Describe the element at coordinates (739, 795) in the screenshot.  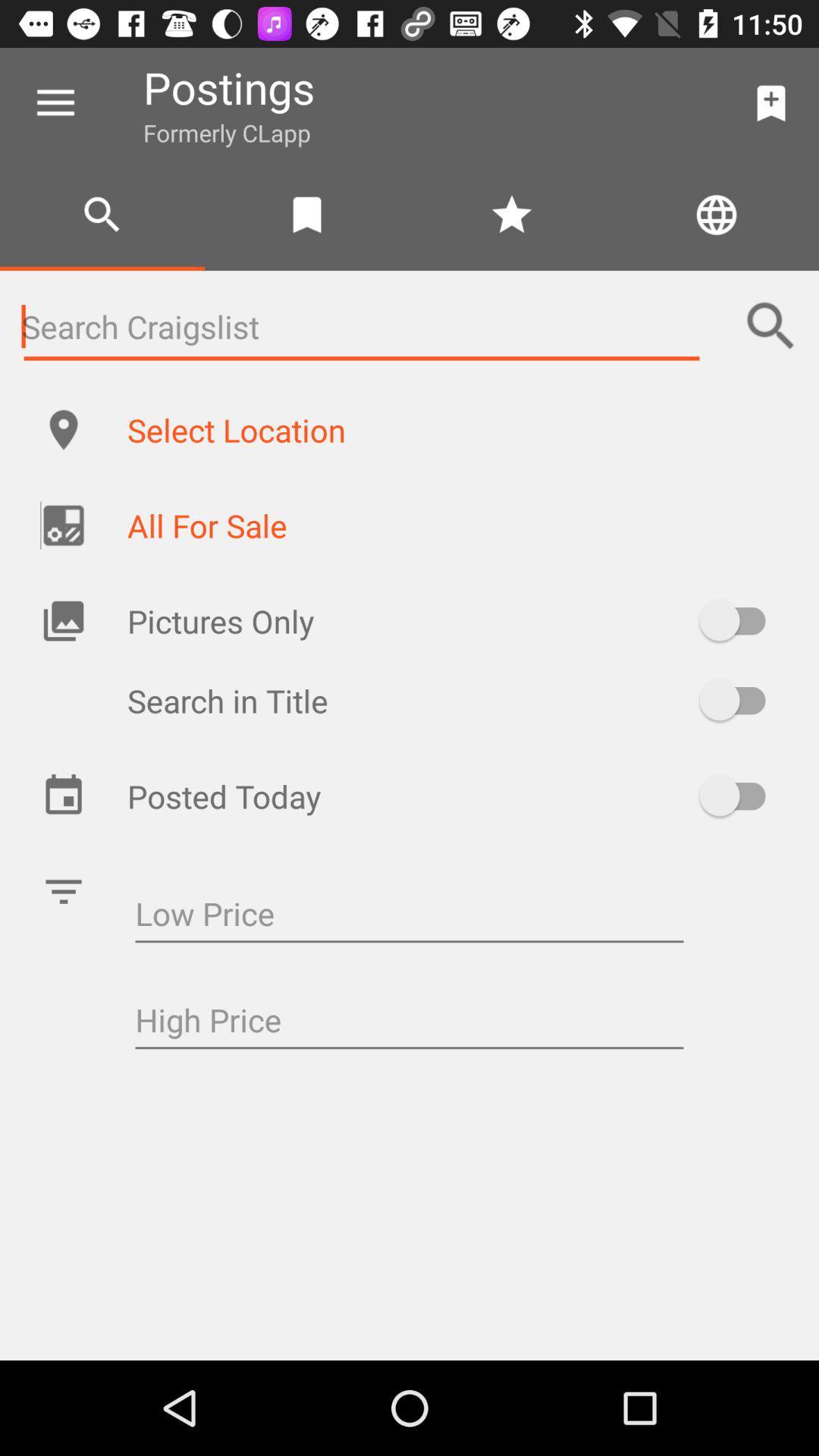
I see `see only postings from today` at that location.